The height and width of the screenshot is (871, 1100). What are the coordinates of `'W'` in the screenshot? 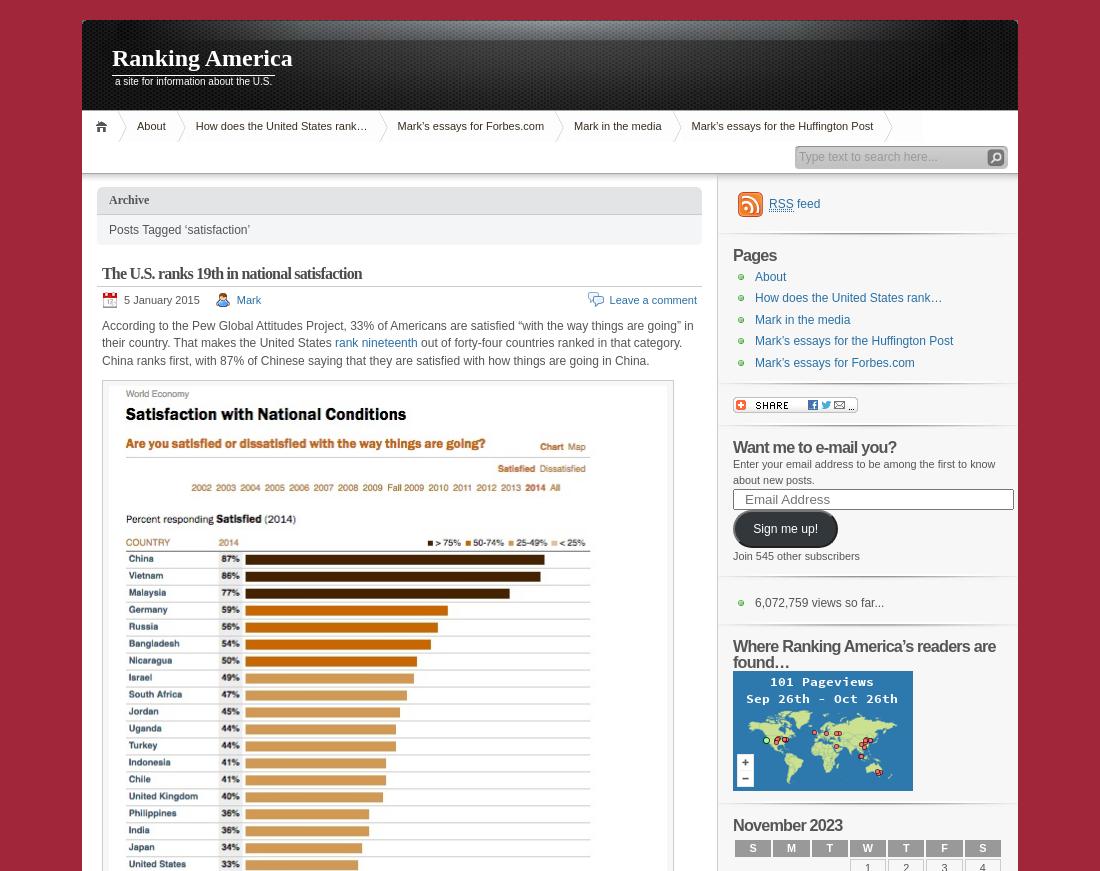 It's located at (866, 848).